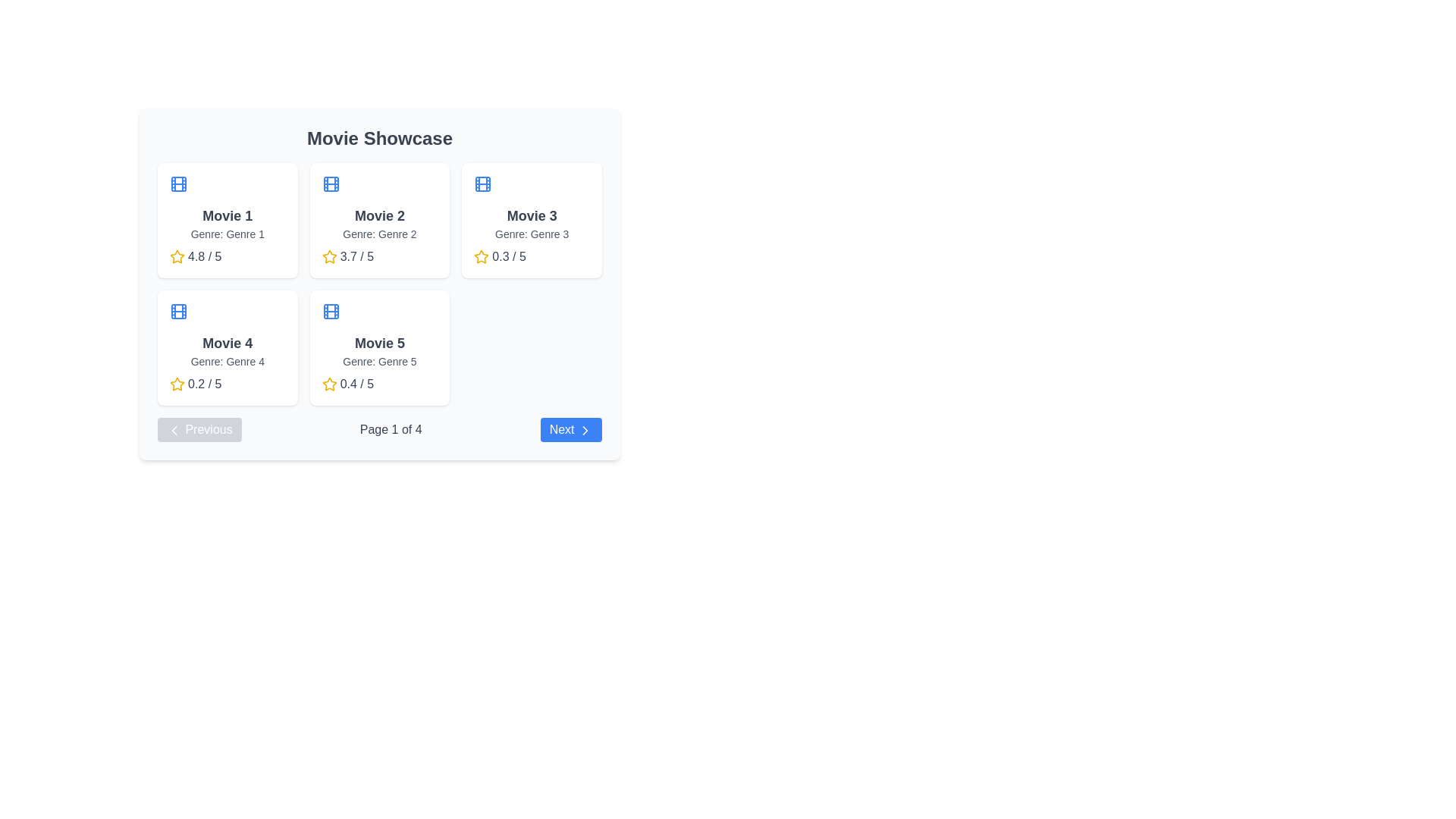  What do you see at coordinates (532, 234) in the screenshot?
I see `the text label 'Genre: Genre 3', which is styled in gray and positioned below the title 'Movie 3'` at bounding box center [532, 234].